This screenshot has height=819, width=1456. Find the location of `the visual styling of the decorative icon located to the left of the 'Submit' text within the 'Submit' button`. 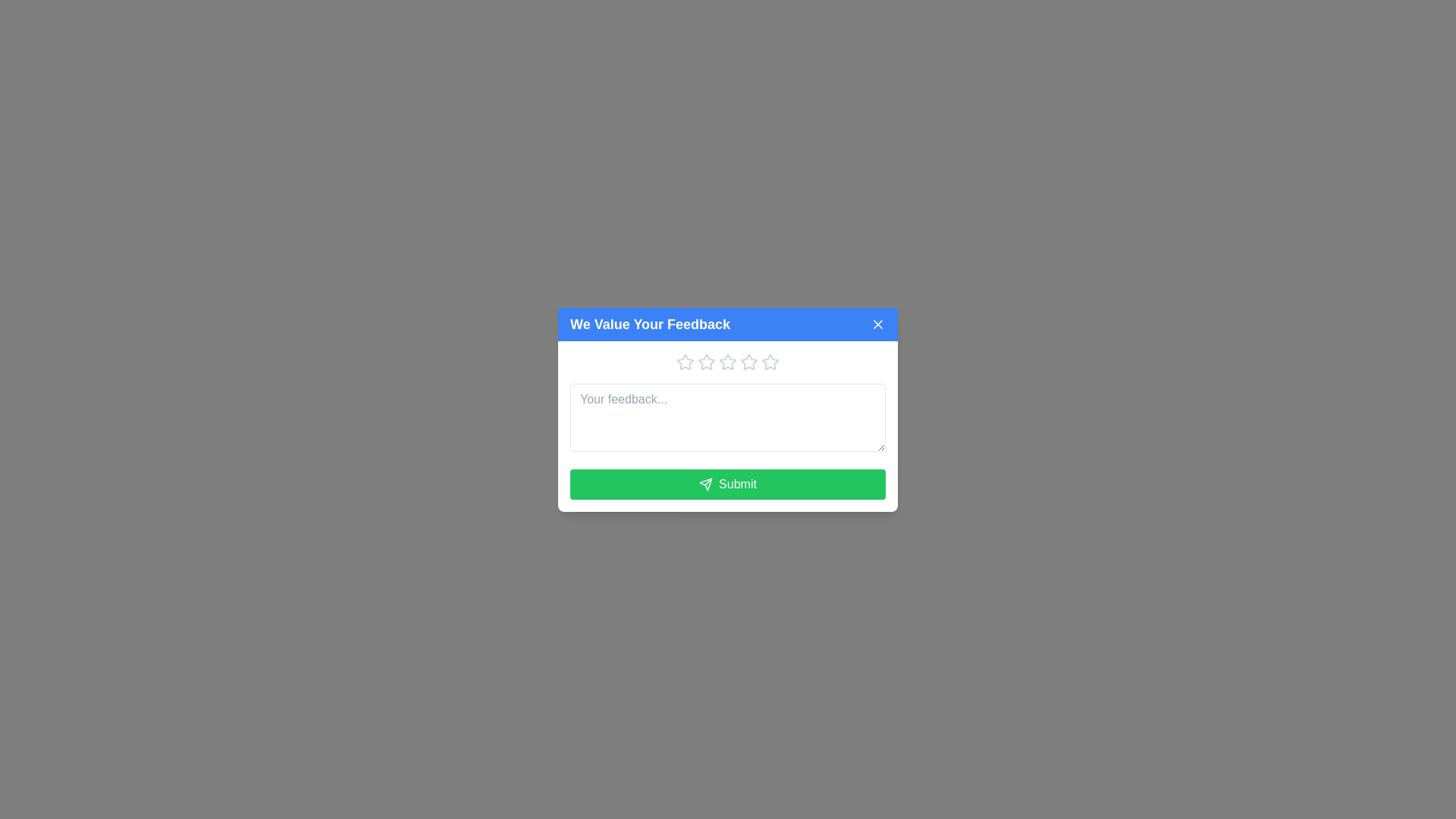

the visual styling of the decorative icon located to the left of the 'Submit' text within the 'Submit' button is located at coordinates (705, 484).